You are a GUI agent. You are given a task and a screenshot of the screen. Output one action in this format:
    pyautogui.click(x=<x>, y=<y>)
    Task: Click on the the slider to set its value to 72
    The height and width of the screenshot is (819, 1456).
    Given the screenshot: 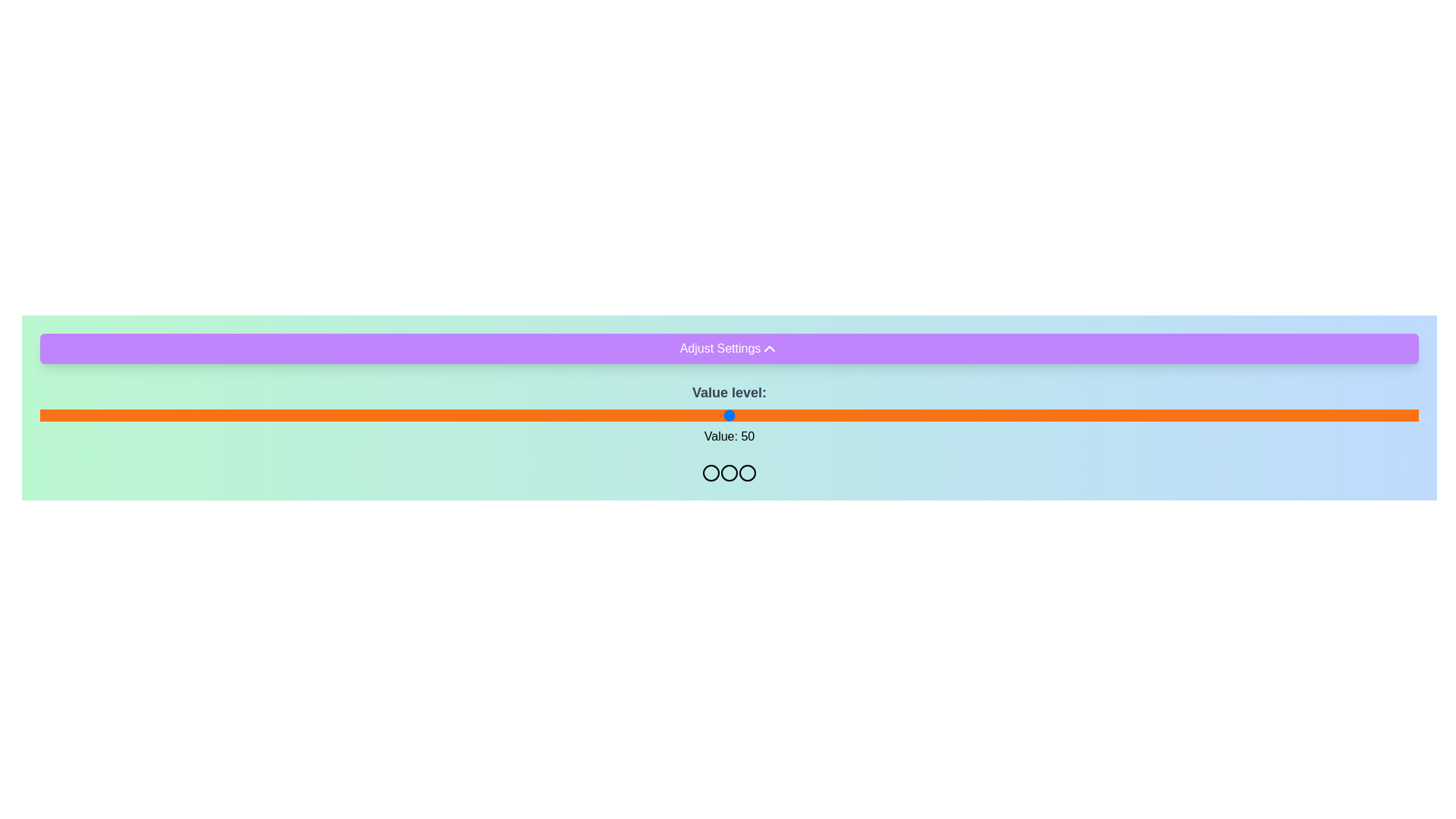 What is the action you would take?
    pyautogui.click(x=1032, y=415)
    